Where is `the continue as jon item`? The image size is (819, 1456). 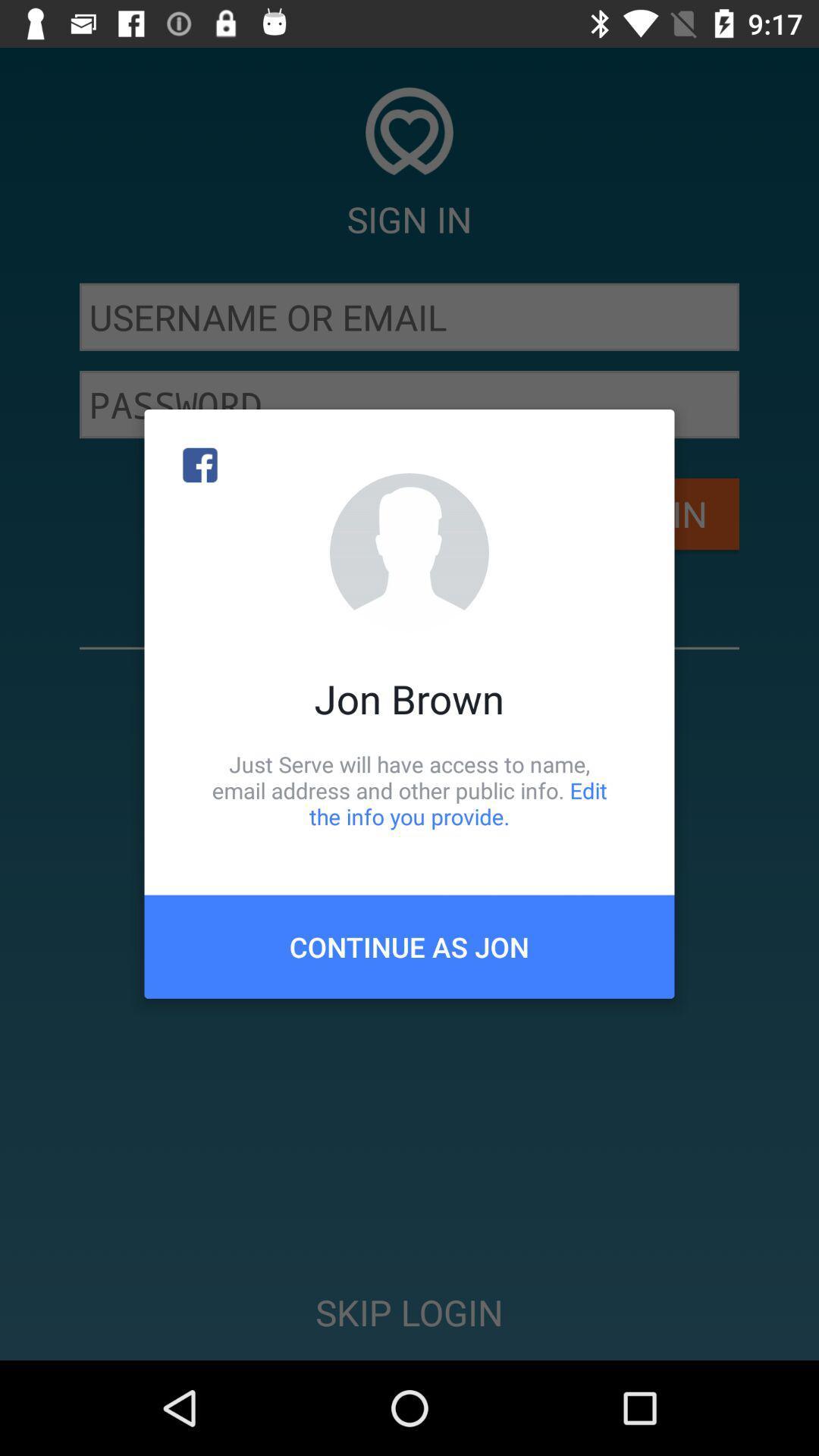
the continue as jon item is located at coordinates (409, 946).